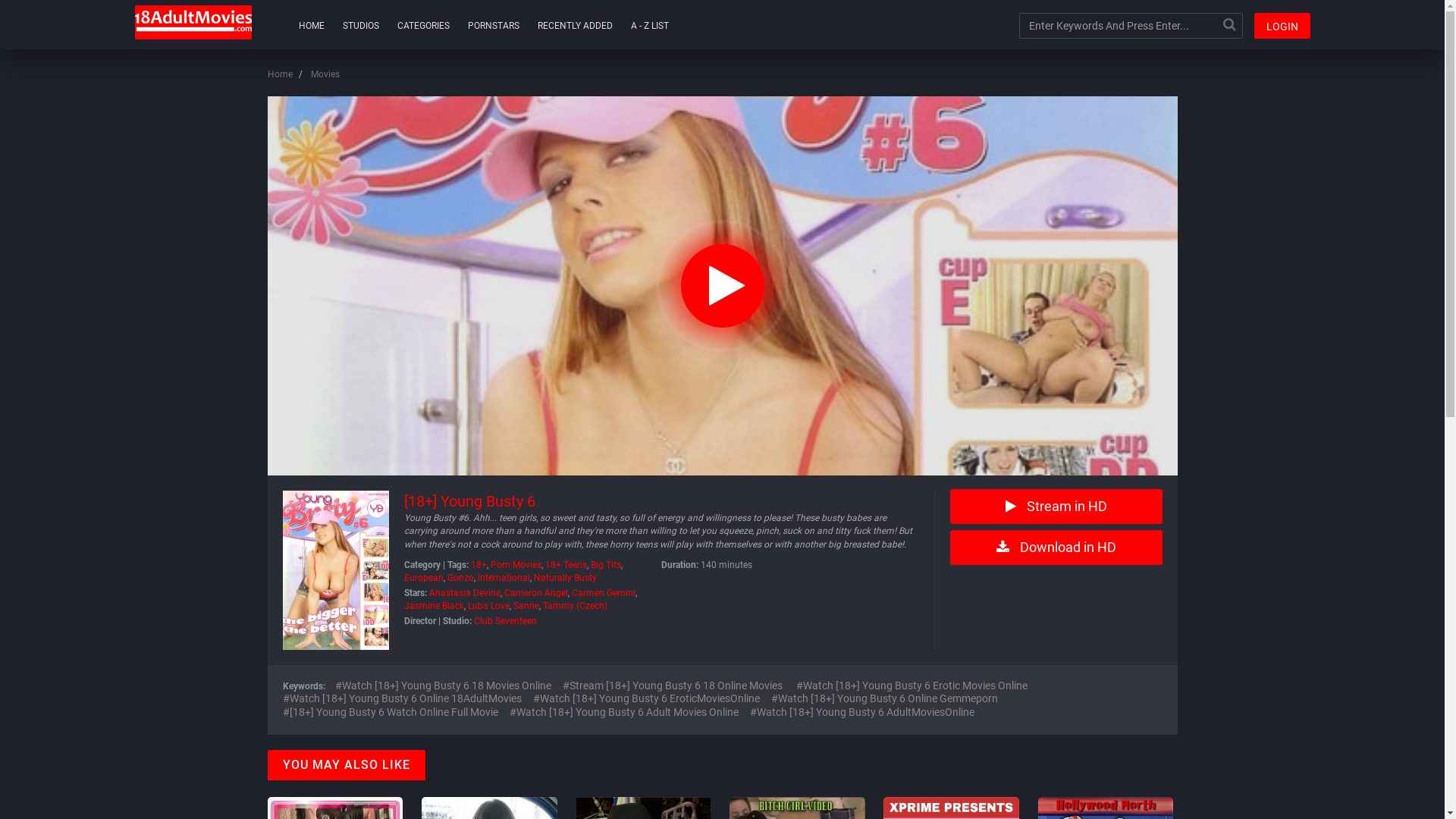 The height and width of the screenshot is (819, 1456). I want to click on 'Watch [18+] Young Busty 6 Online 18AdultMovies', so click(401, 698).